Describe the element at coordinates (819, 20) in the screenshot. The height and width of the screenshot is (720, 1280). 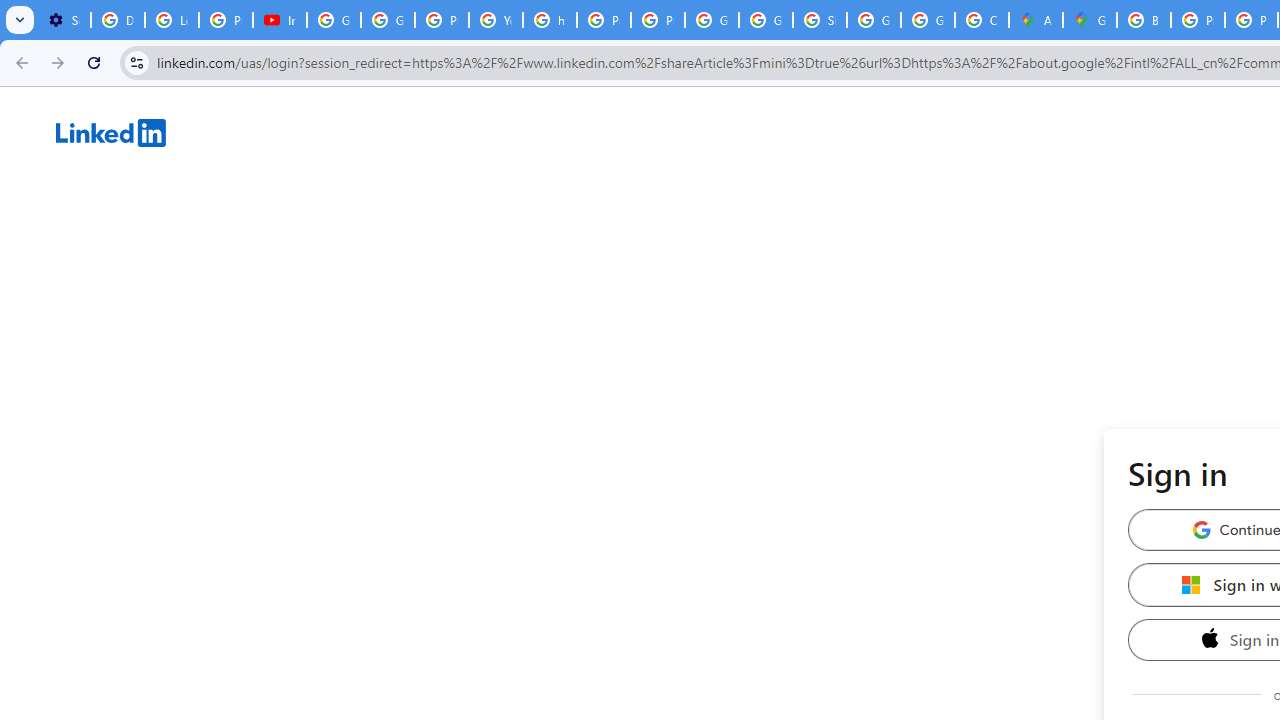
I see `'Sign in - Google Accounts'` at that location.